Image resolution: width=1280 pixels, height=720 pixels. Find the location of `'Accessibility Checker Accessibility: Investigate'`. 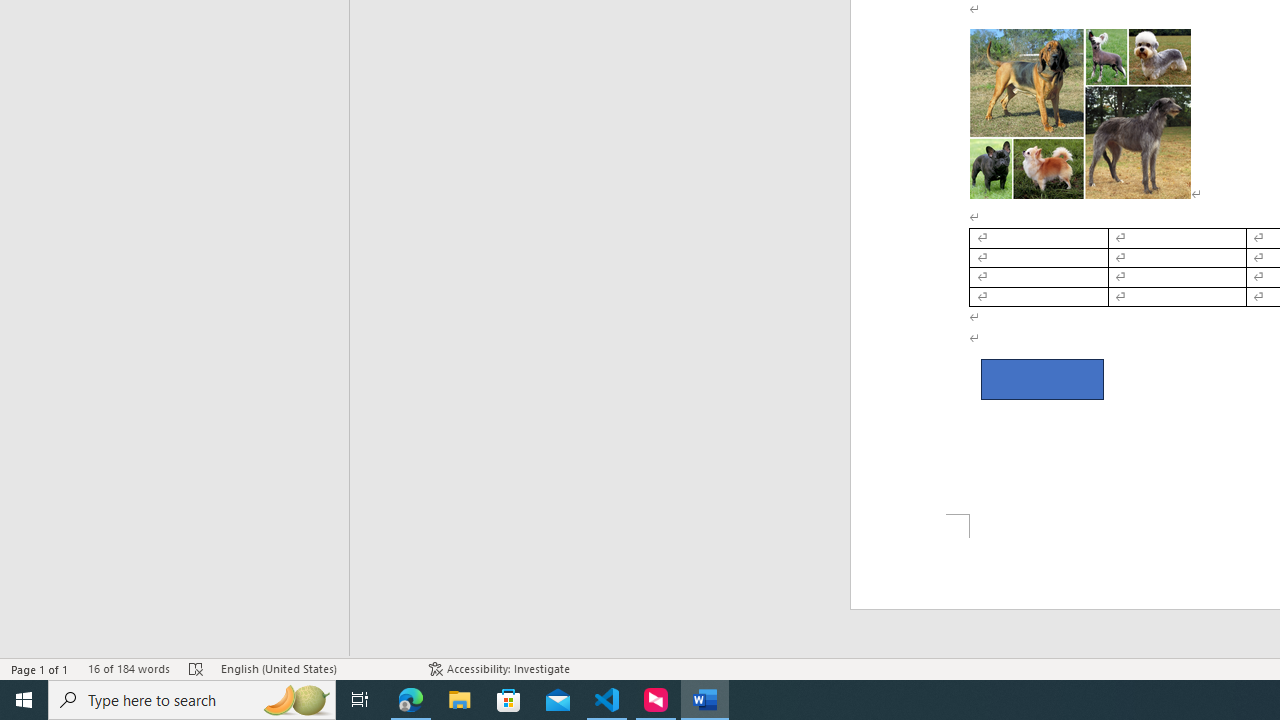

'Accessibility Checker Accessibility: Investigate' is located at coordinates (499, 669).